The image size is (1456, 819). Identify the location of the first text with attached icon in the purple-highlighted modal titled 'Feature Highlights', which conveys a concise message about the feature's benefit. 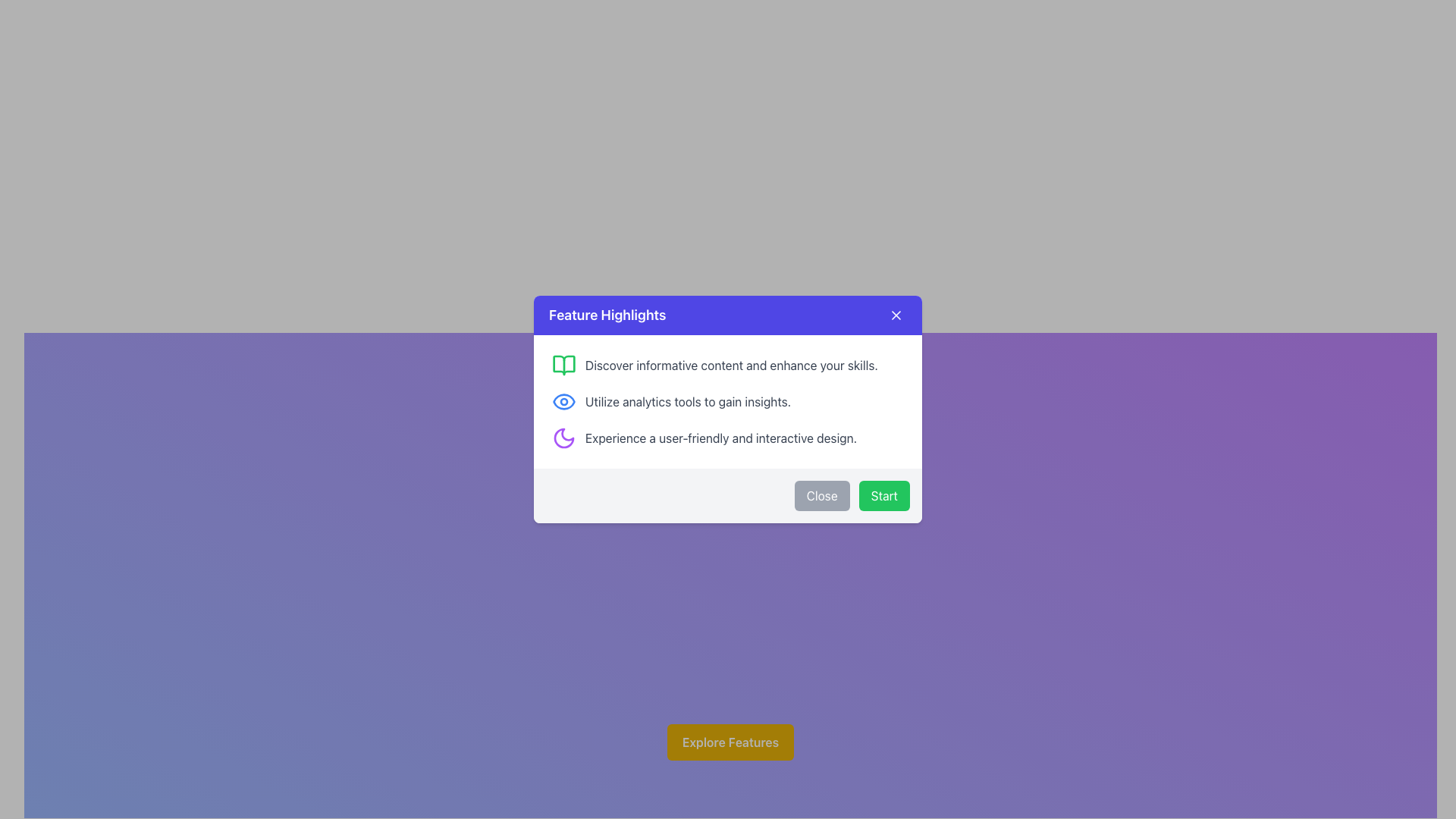
(728, 366).